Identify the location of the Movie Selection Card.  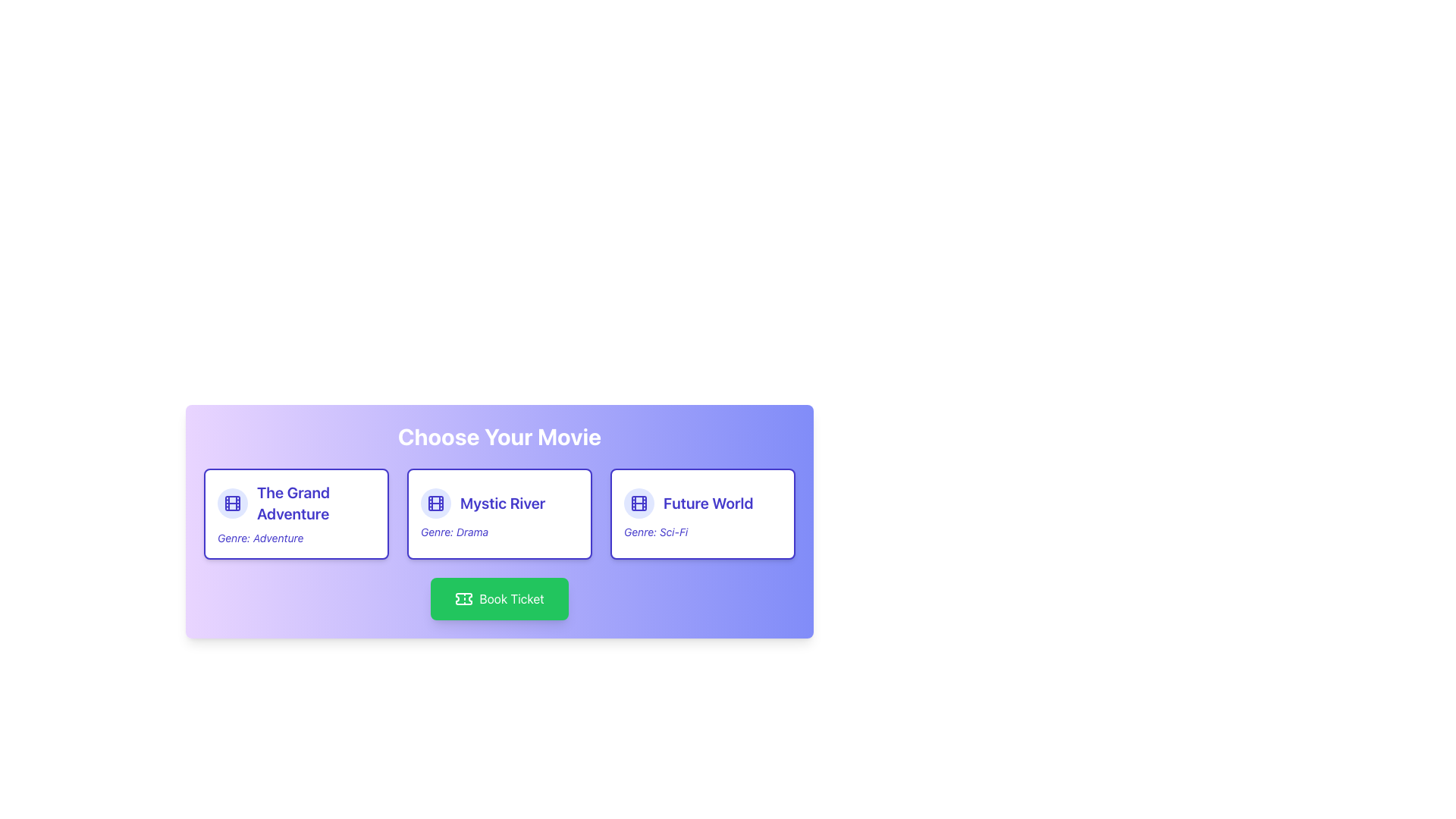
(499, 536).